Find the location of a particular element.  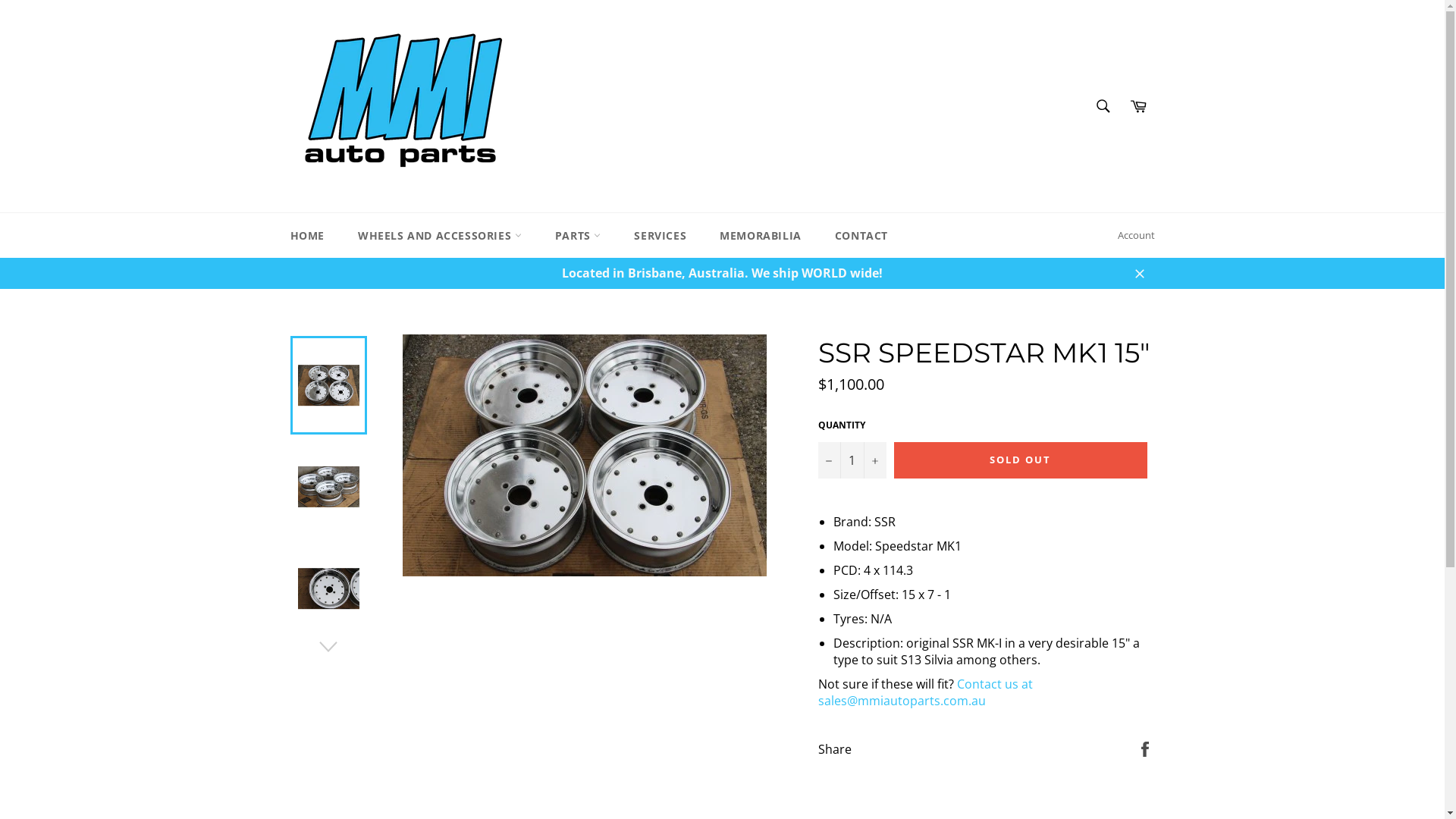

'SERVICES' is located at coordinates (619, 235).